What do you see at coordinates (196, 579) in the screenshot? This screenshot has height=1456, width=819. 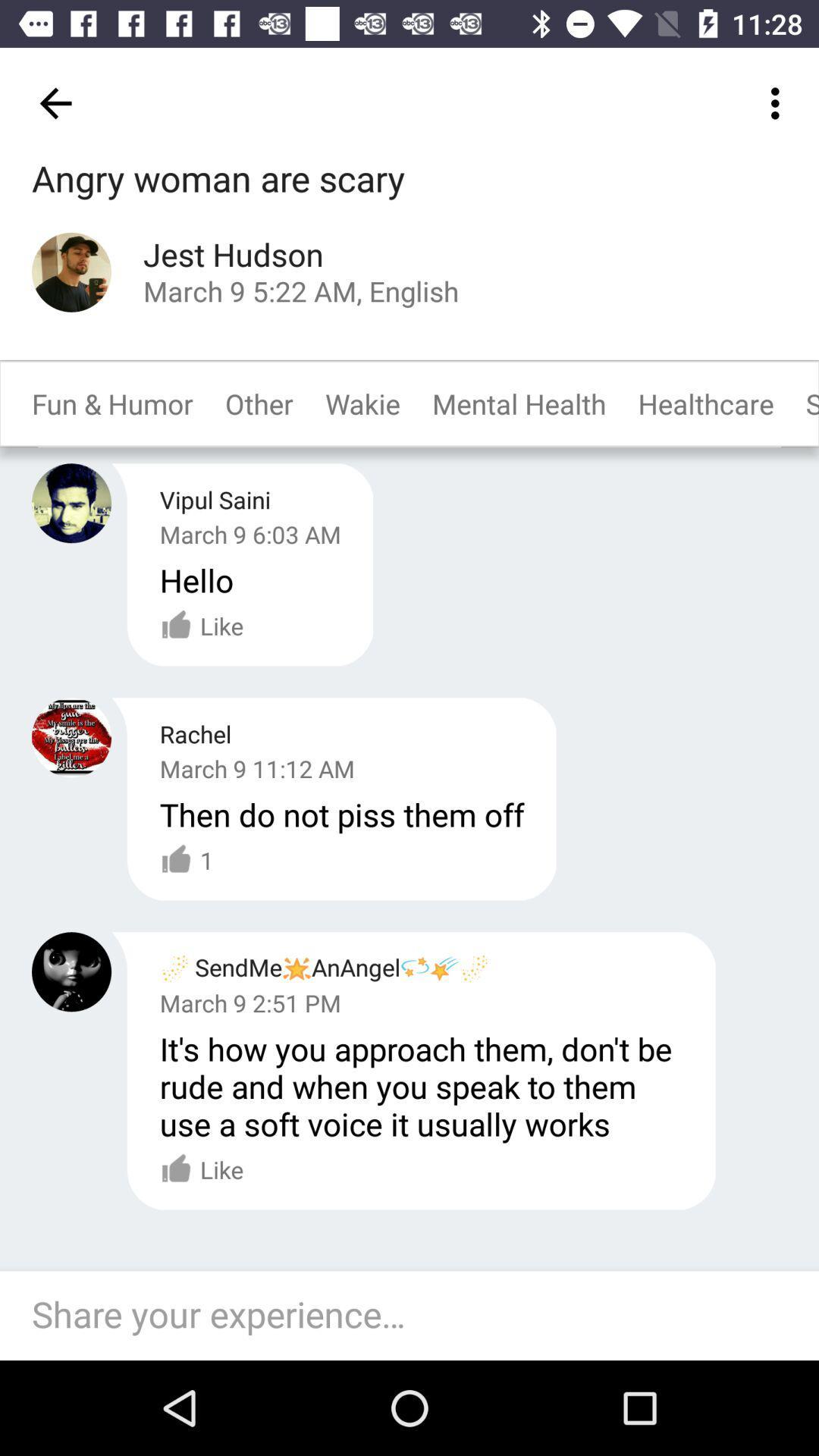 I see `item below the march 9 6` at bounding box center [196, 579].